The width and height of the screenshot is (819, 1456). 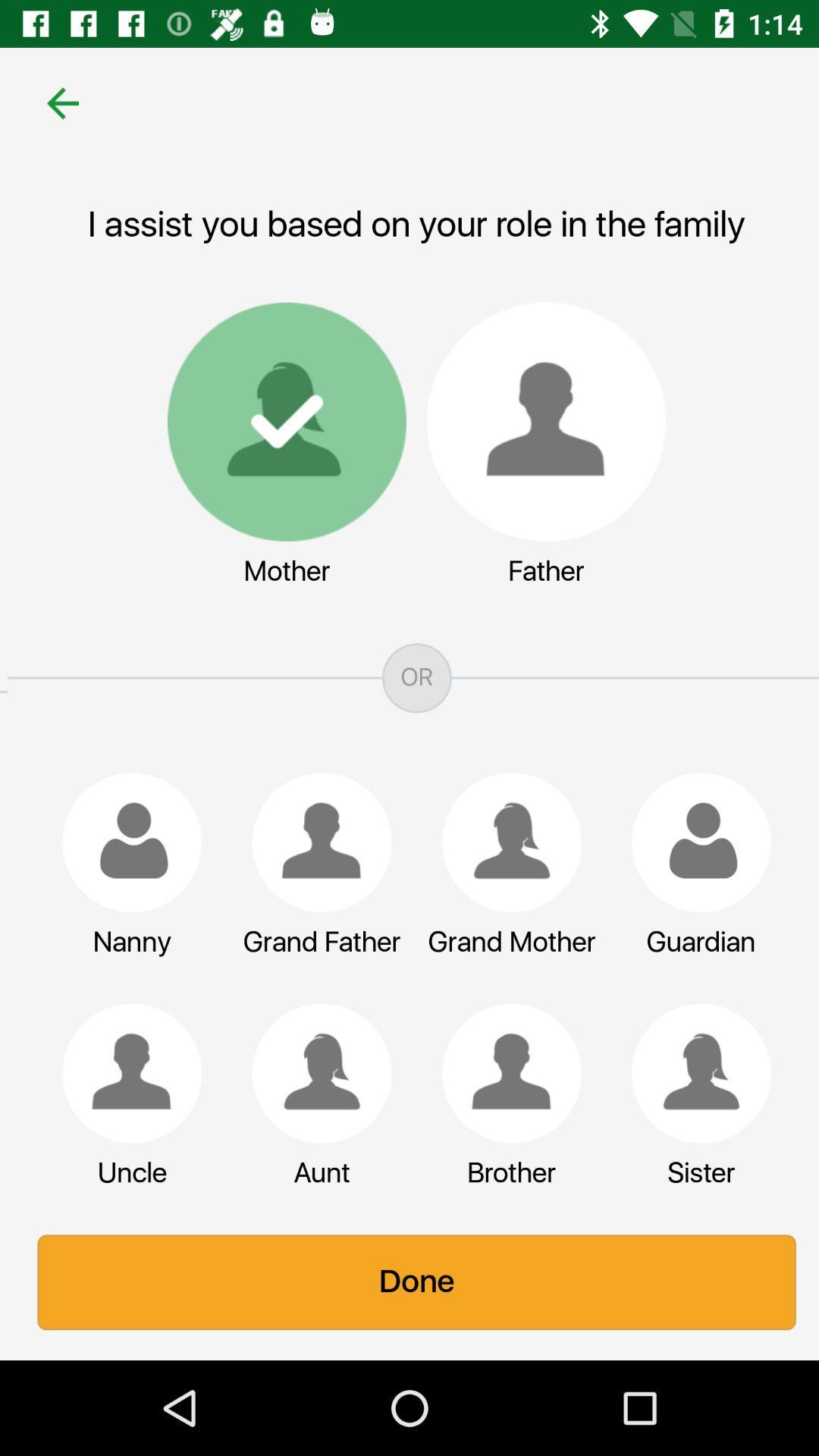 What do you see at coordinates (504, 1072) in the screenshot?
I see `assign me as a brother` at bounding box center [504, 1072].